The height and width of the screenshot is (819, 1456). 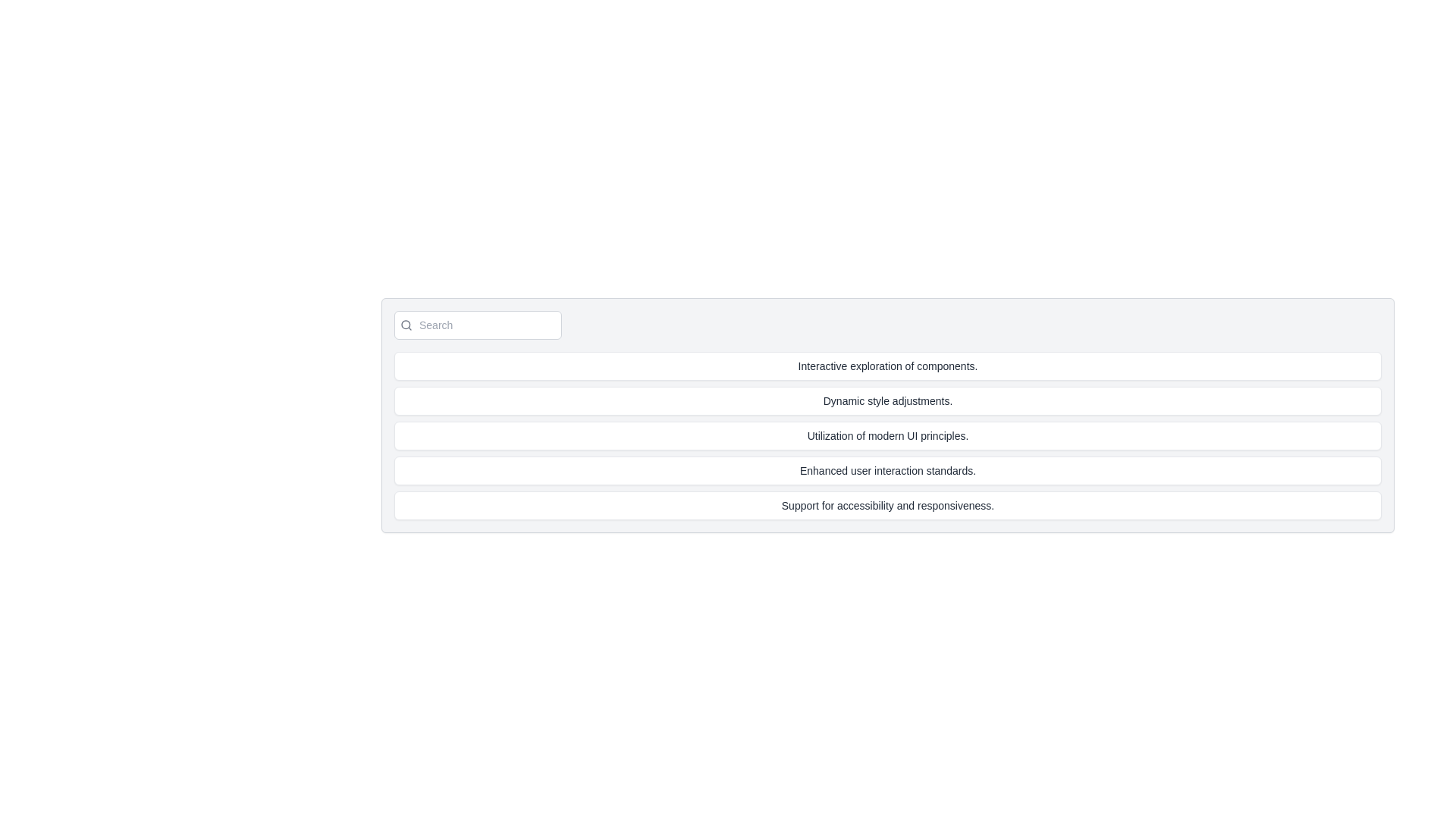 I want to click on the search icon, which is a gray circular magnifying glass located on the left side of the search input field at the top section of the interface, so click(x=406, y=324).